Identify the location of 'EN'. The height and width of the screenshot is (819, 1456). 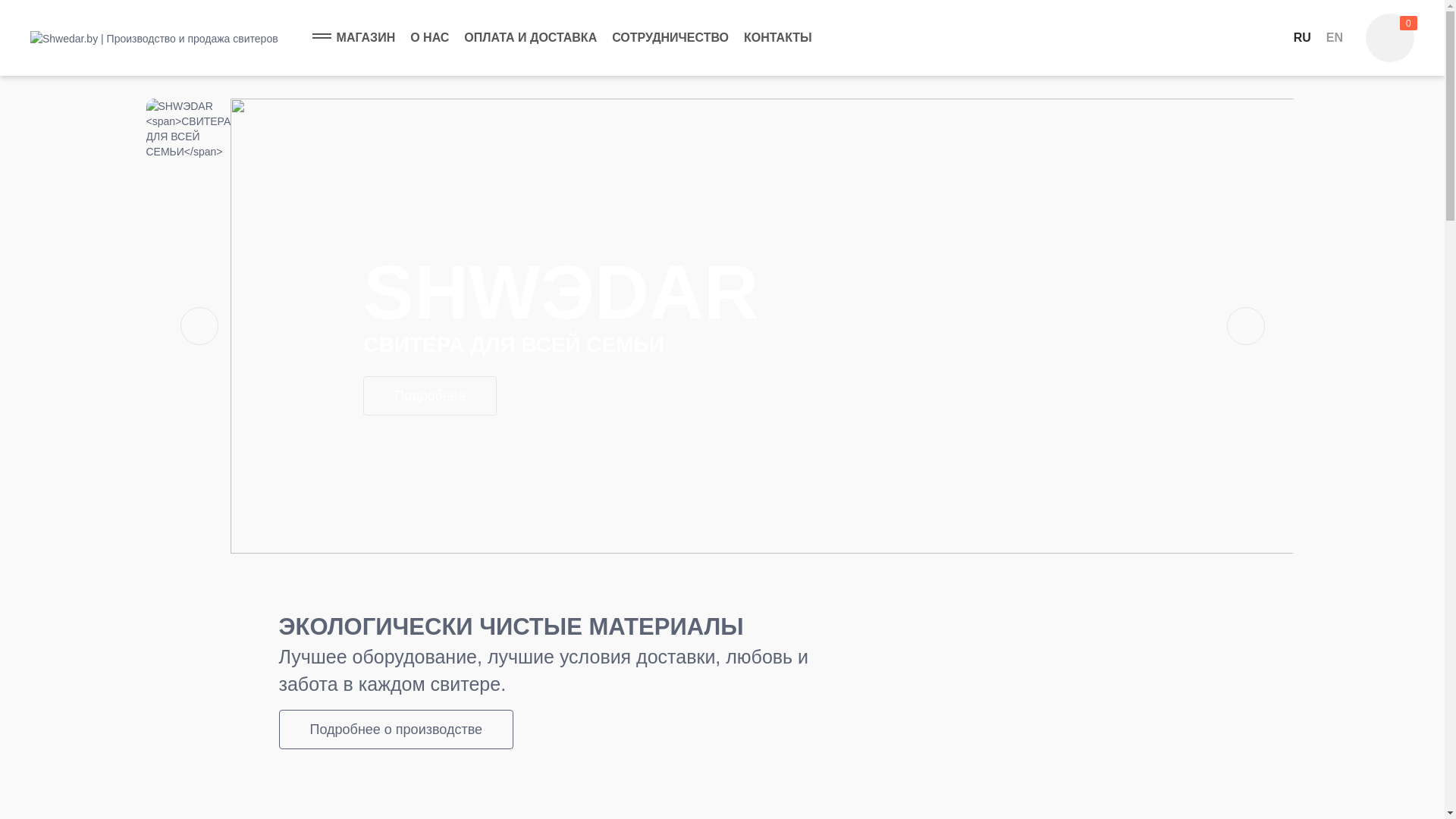
(1335, 37).